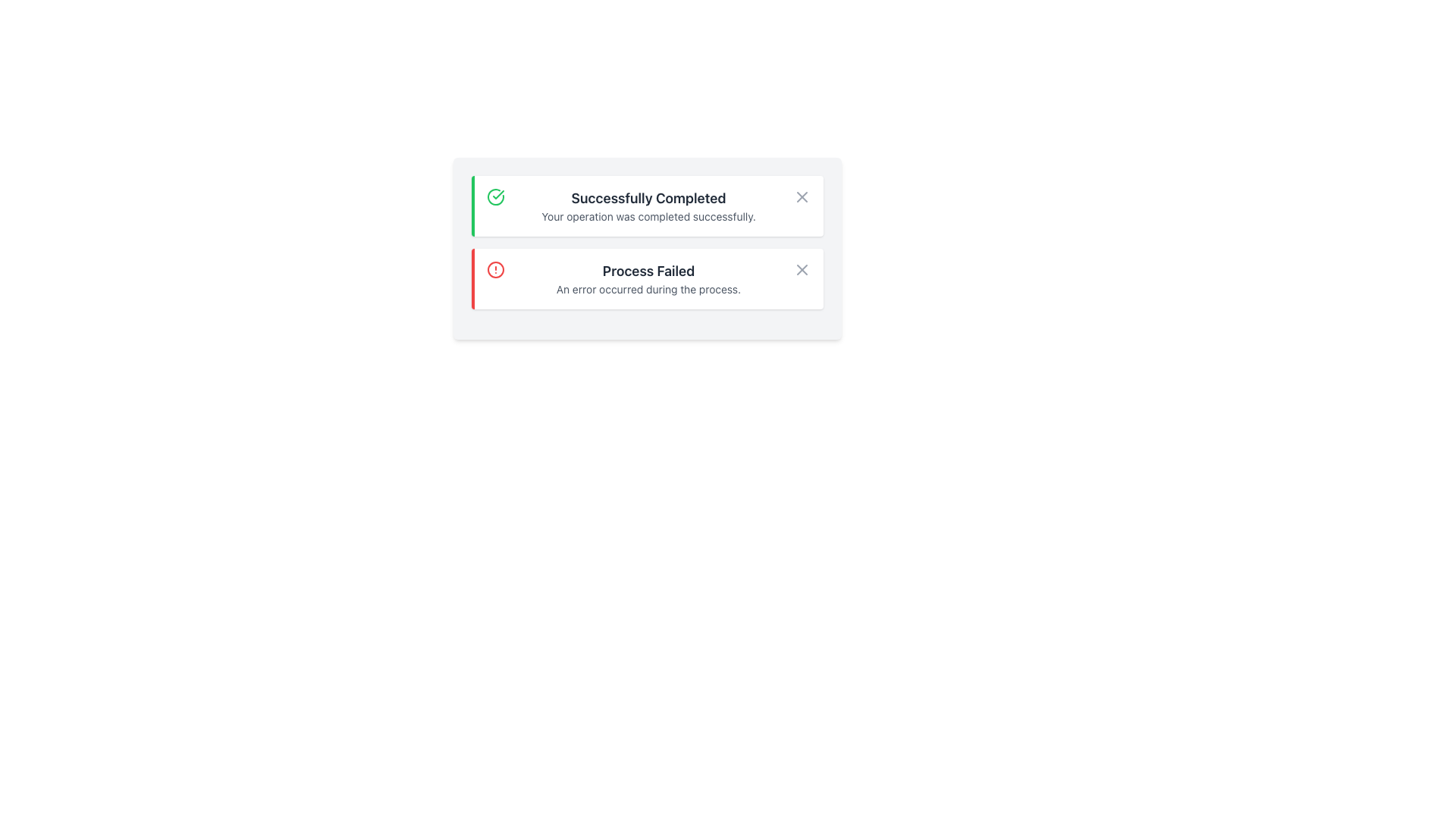  Describe the element at coordinates (801, 268) in the screenshot. I see `the cross icon button at the top-right corner of the 'Process Failed' notification box to change its appearance` at that location.